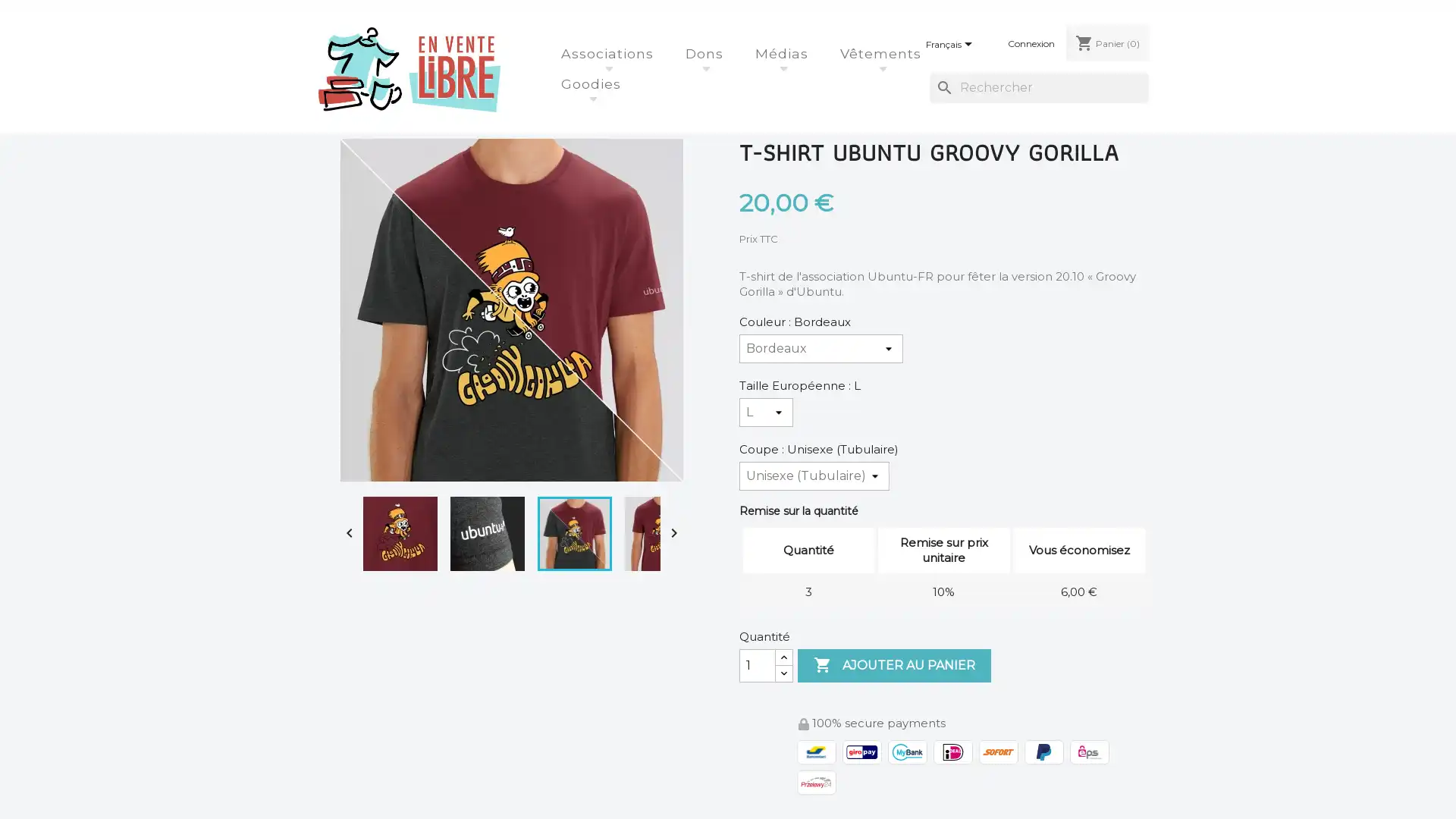 This screenshot has width=1456, height=819. I want to click on AJOUTER AU PANIER, so click(894, 664).